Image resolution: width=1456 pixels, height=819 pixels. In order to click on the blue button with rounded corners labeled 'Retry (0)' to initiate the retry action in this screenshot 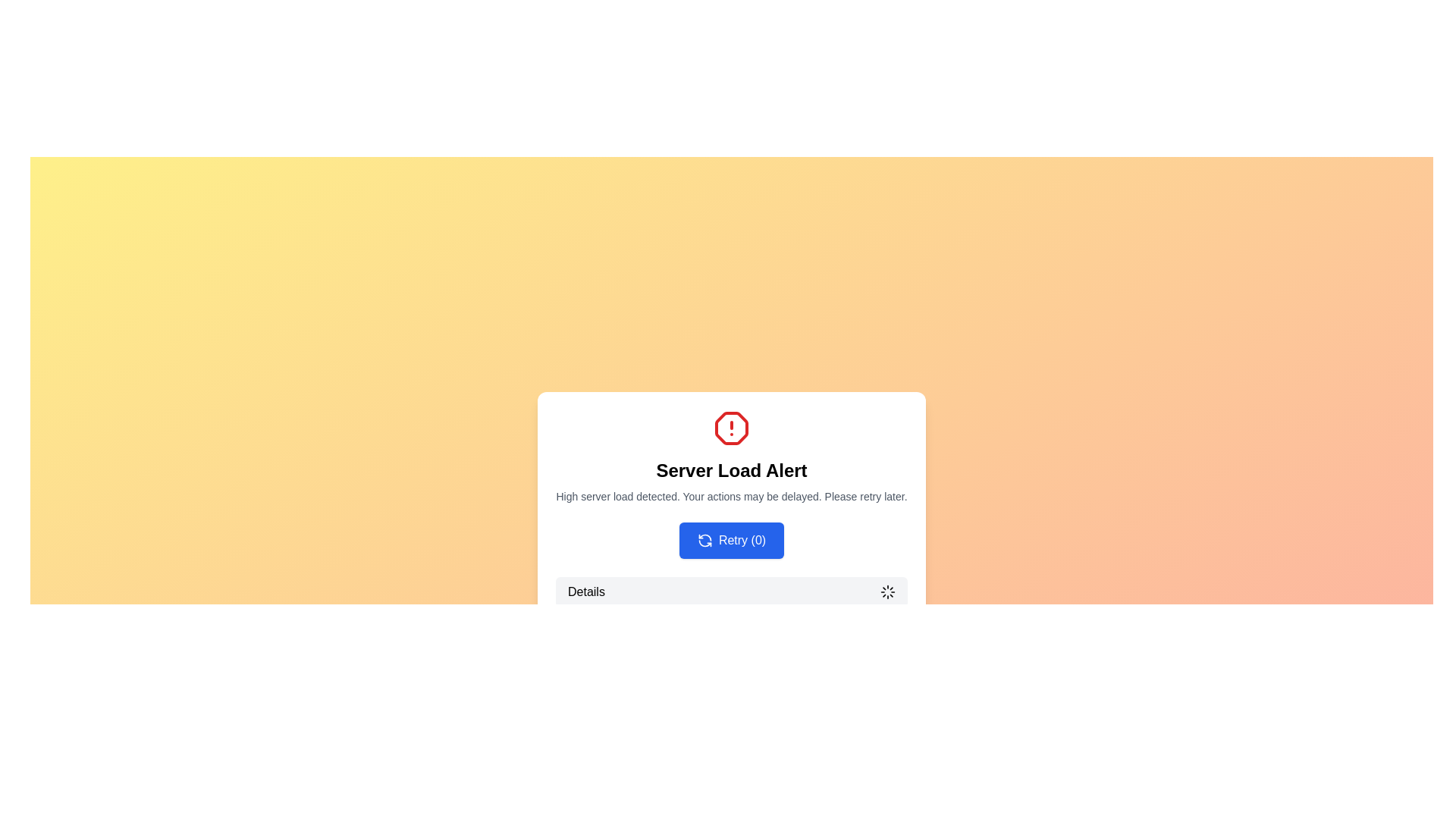, I will do `click(731, 540)`.